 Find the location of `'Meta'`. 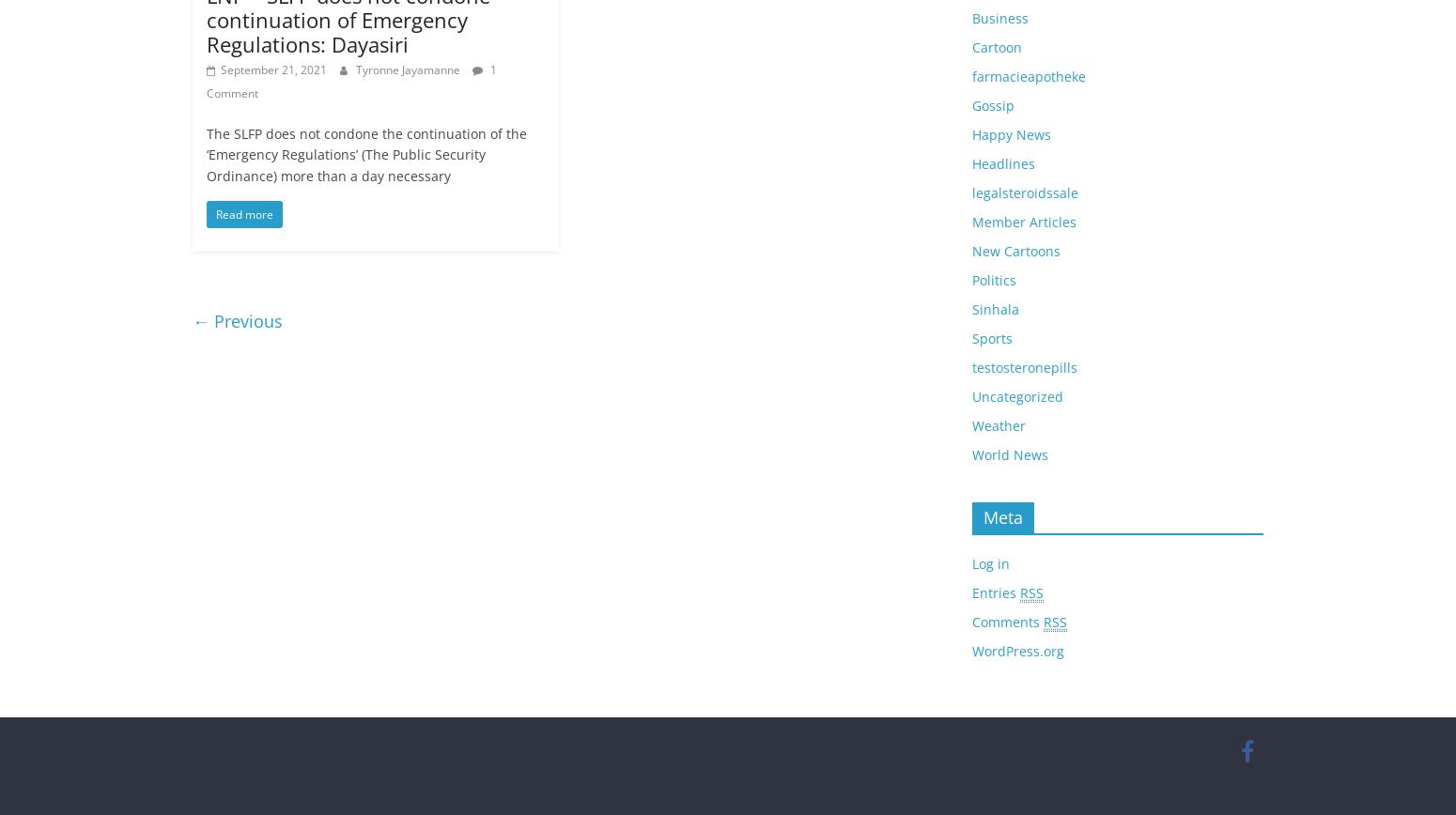

'Meta' is located at coordinates (1002, 515).